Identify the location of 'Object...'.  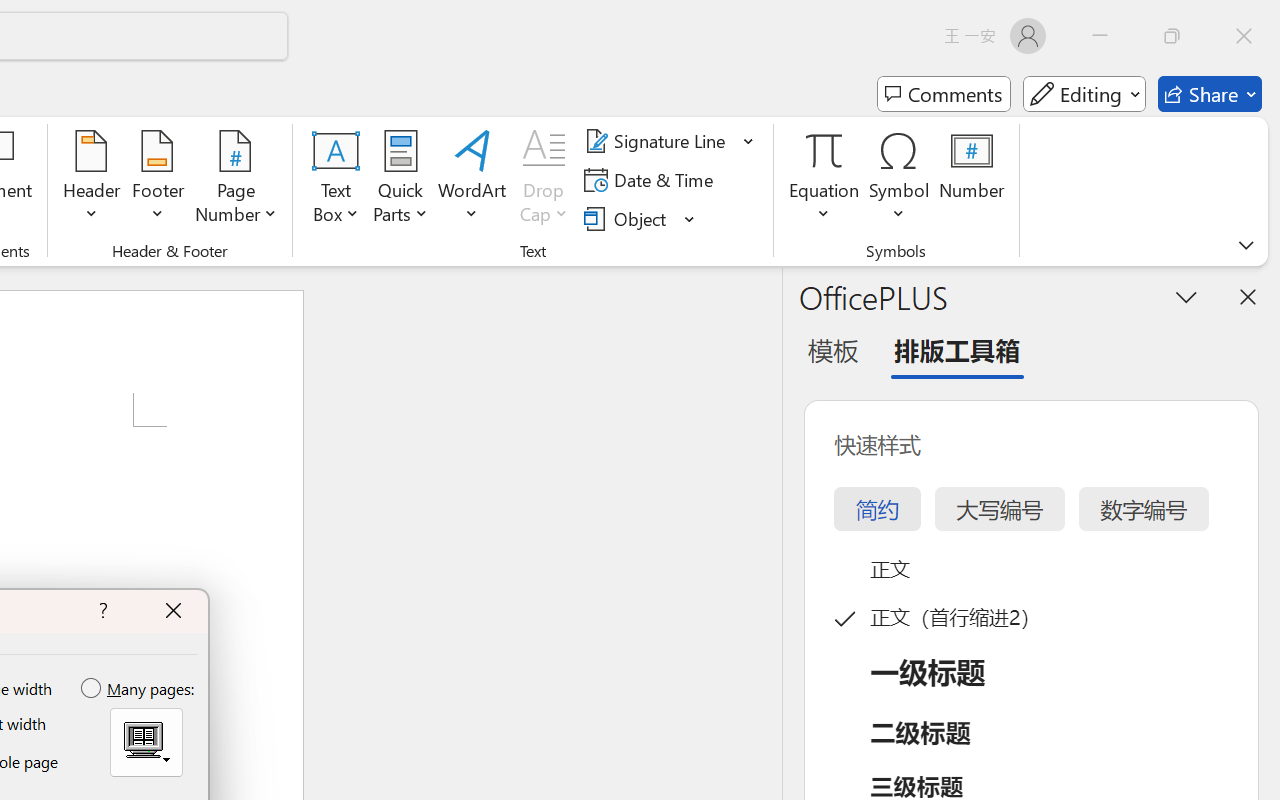
(627, 218).